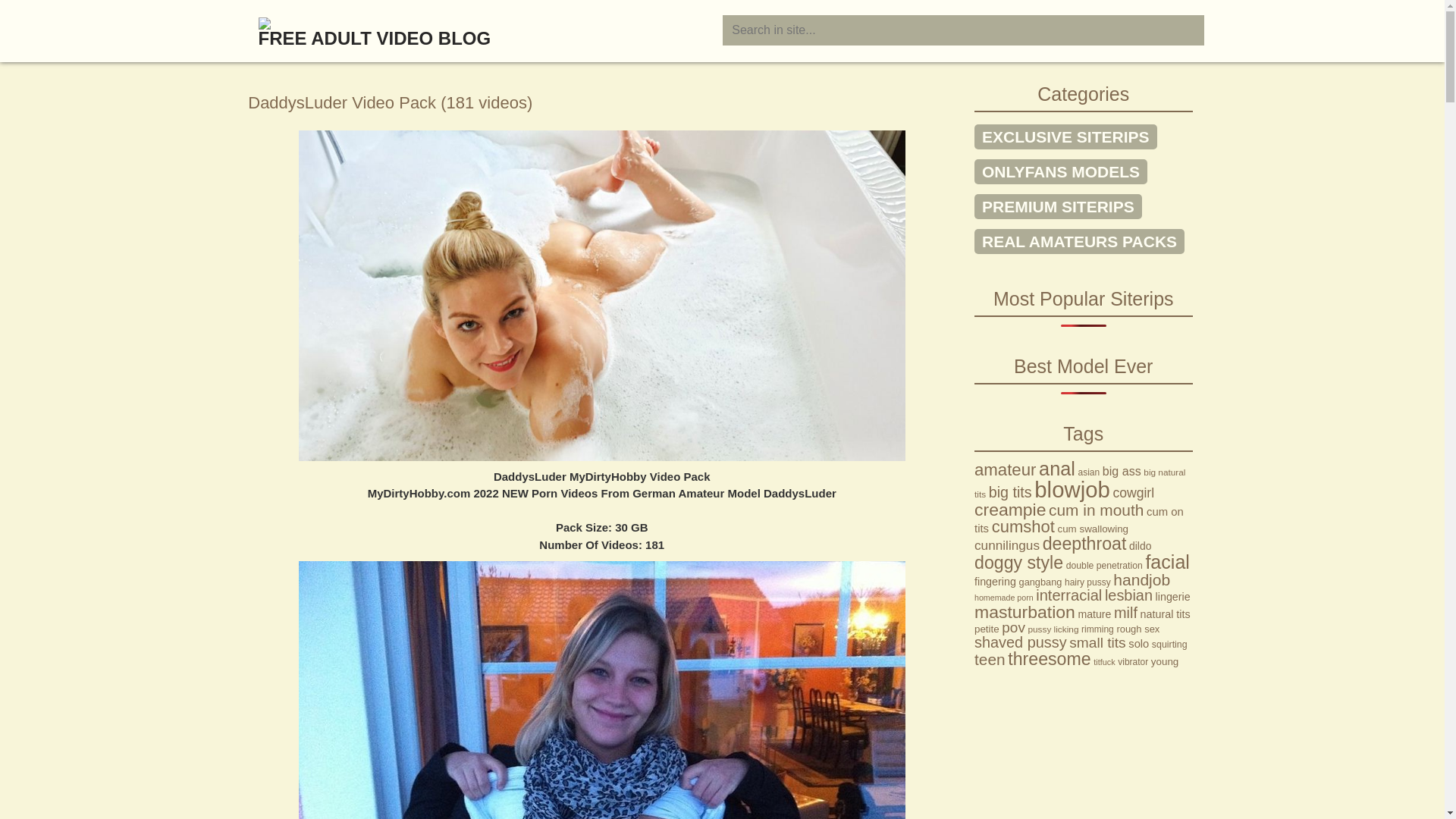 The width and height of the screenshot is (1456, 819). What do you see at coordinates (1164, 661) in the screenshot?
I see `'young'` at bounding box center [1164, 661].